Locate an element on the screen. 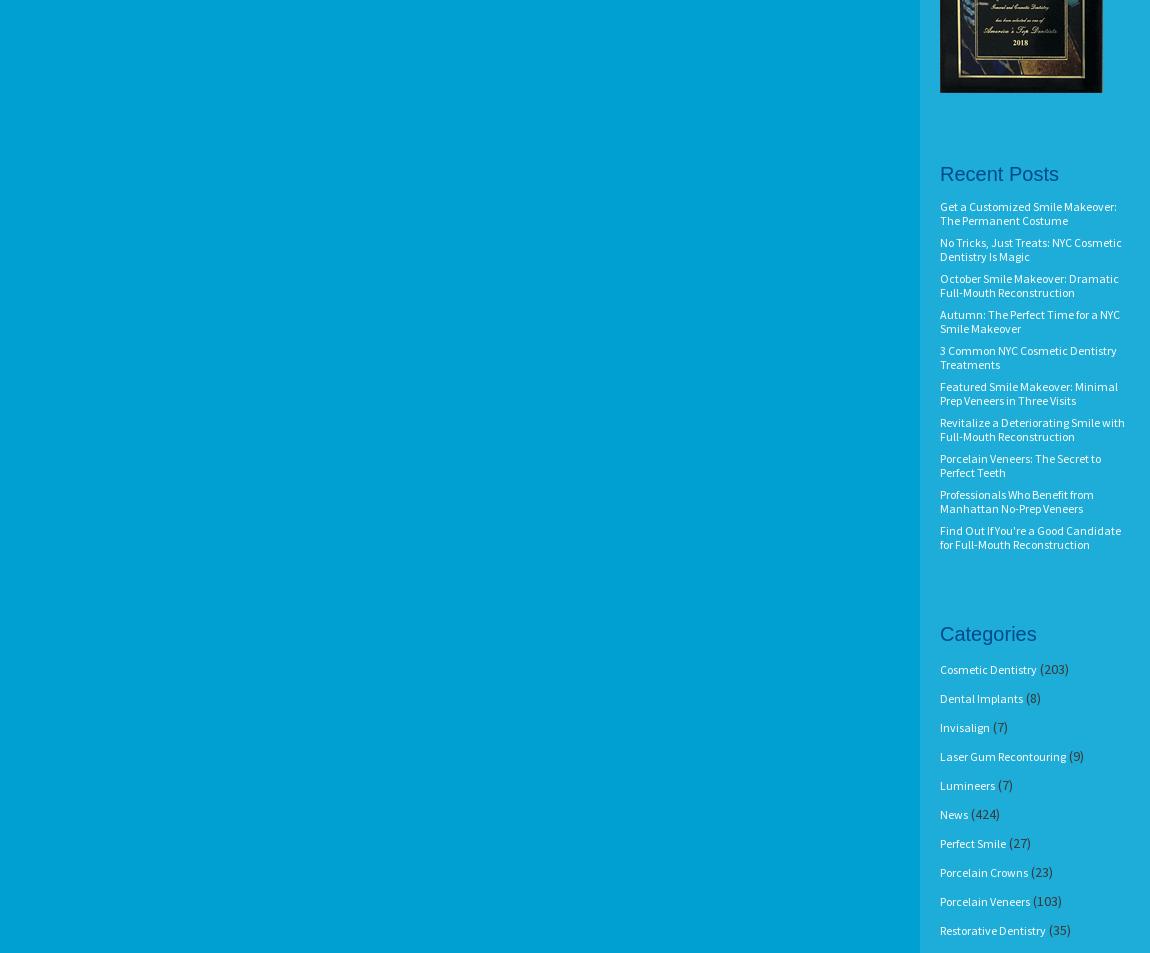  'Professionals Who Benefit from Manhattan No-Prep Veneers' is located at coordinates (1016, 501).